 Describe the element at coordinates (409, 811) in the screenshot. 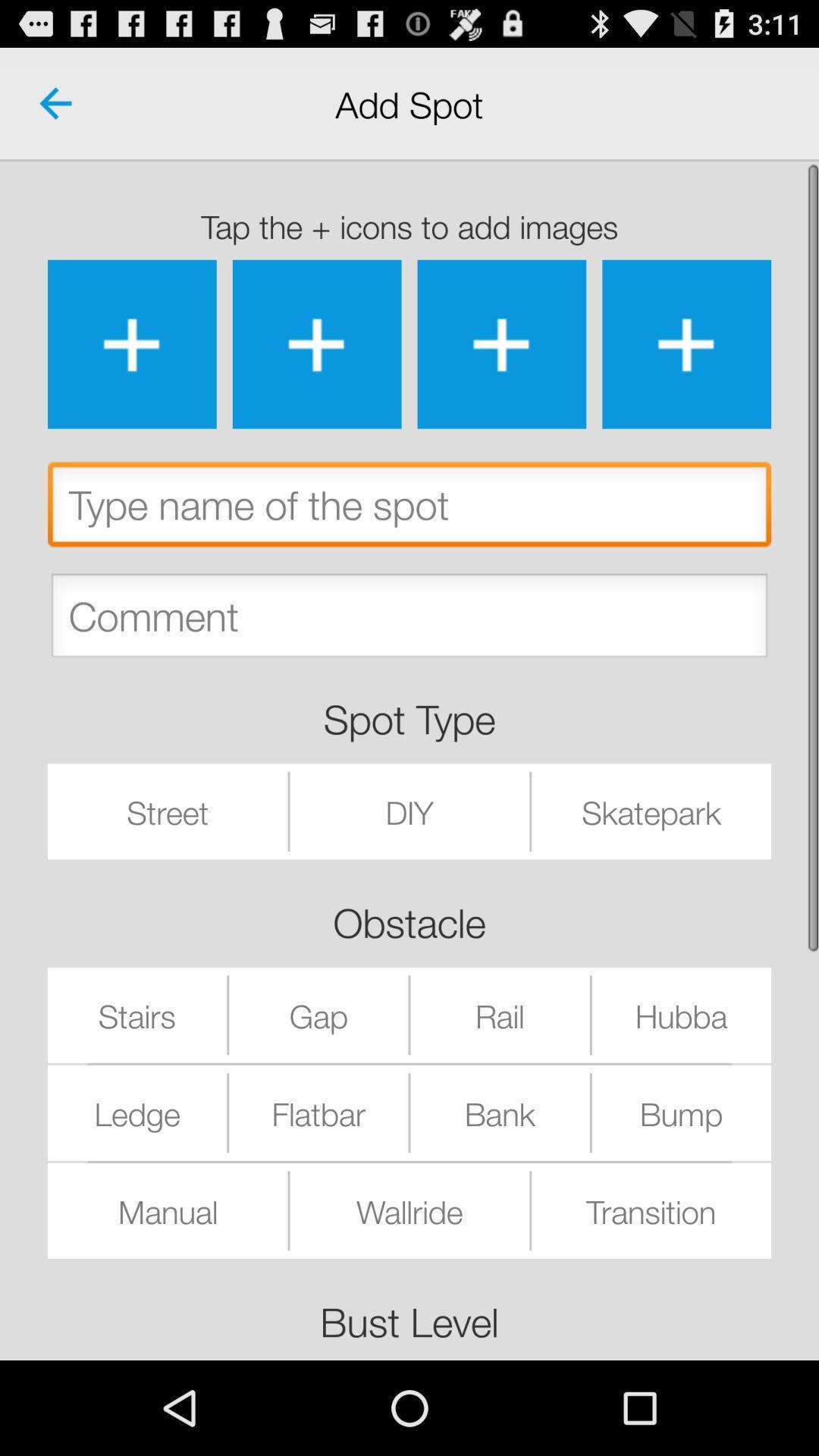

I see `item above the obstacle` at that location.